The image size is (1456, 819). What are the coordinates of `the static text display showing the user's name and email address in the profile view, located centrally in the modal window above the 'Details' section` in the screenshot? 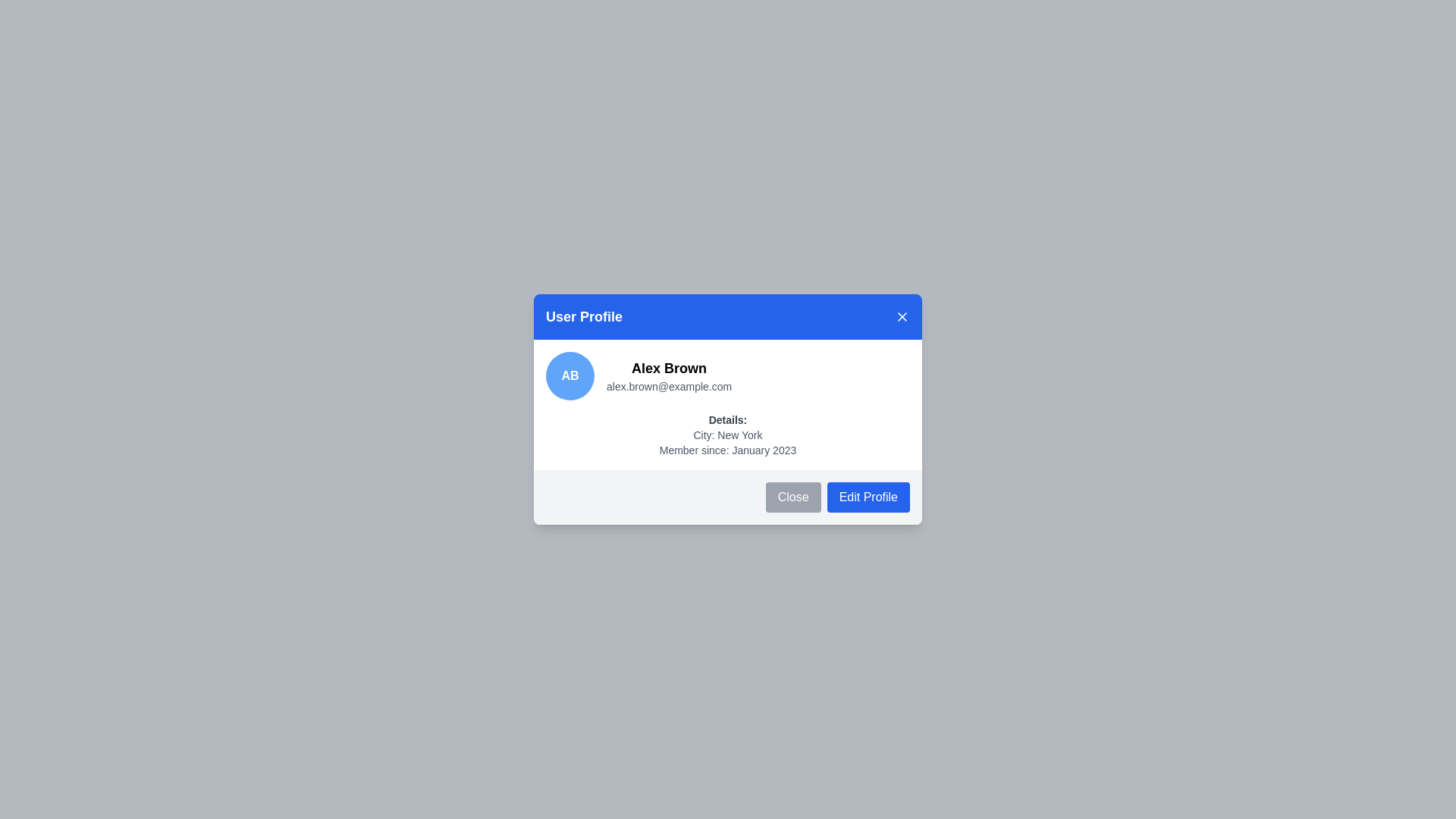 It's located at (668, 375).